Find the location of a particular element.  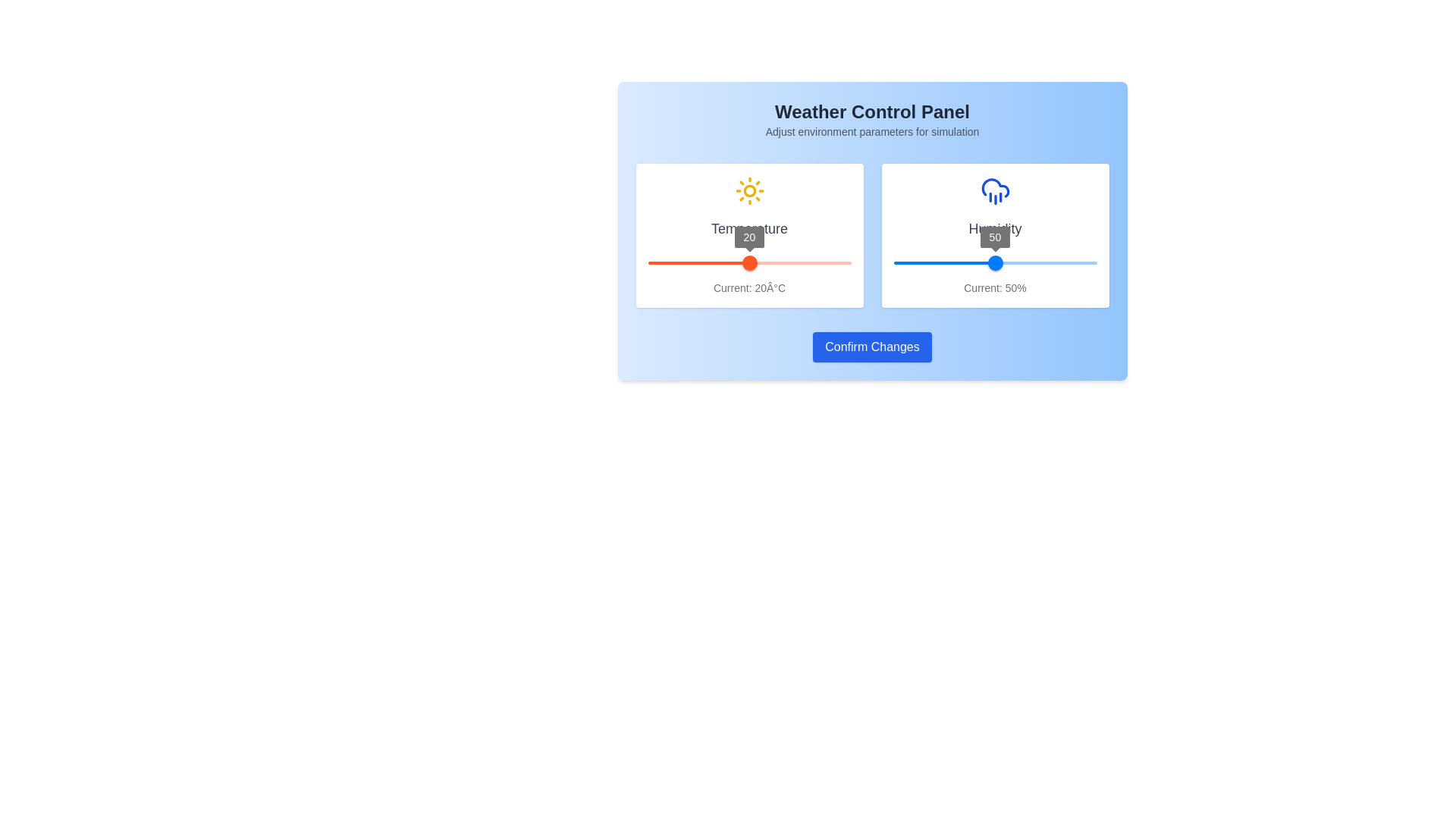

the temperature slider is located at coordinates (788, 262).